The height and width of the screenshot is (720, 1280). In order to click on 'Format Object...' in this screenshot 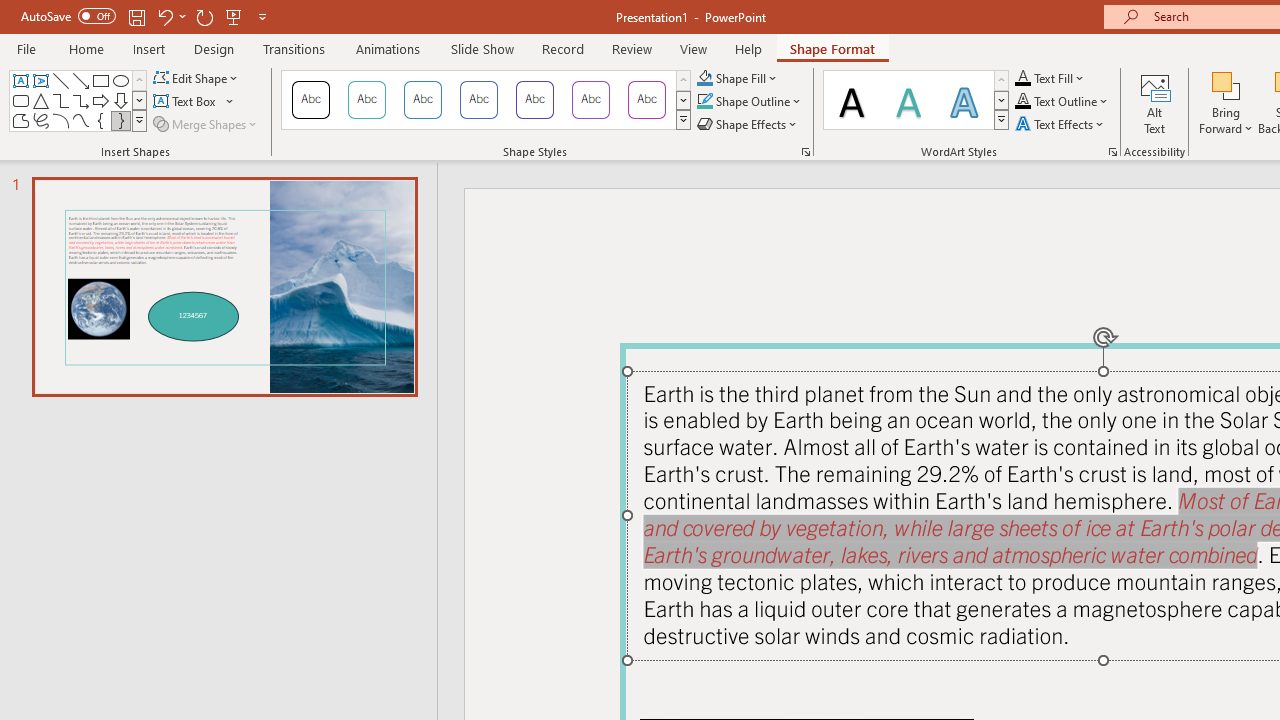, I will do `click(805, 150)`.